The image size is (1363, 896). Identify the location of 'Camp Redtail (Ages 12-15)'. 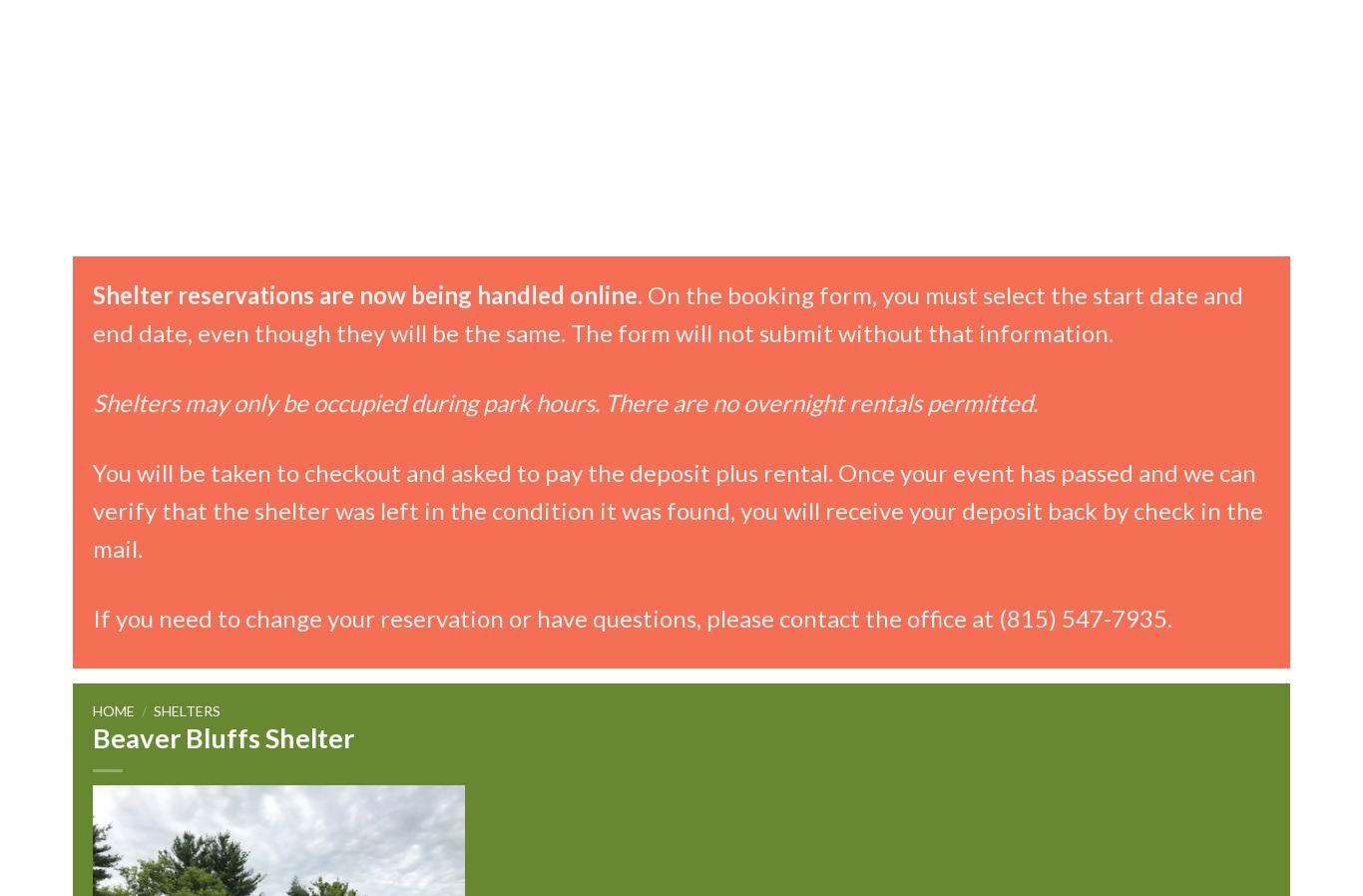
(931, 210).